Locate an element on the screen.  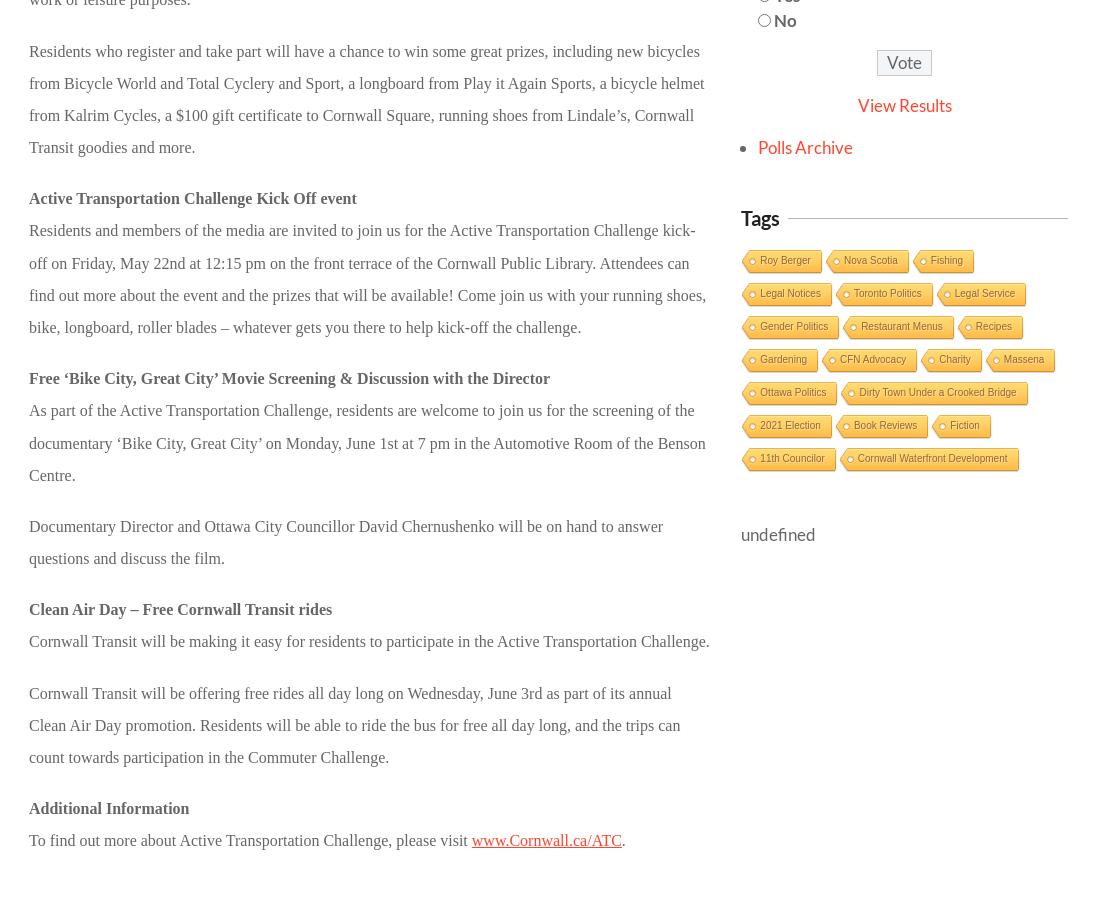
'Dirty Town Under a Crooked Bridge' is located at coordinates (937, 391).